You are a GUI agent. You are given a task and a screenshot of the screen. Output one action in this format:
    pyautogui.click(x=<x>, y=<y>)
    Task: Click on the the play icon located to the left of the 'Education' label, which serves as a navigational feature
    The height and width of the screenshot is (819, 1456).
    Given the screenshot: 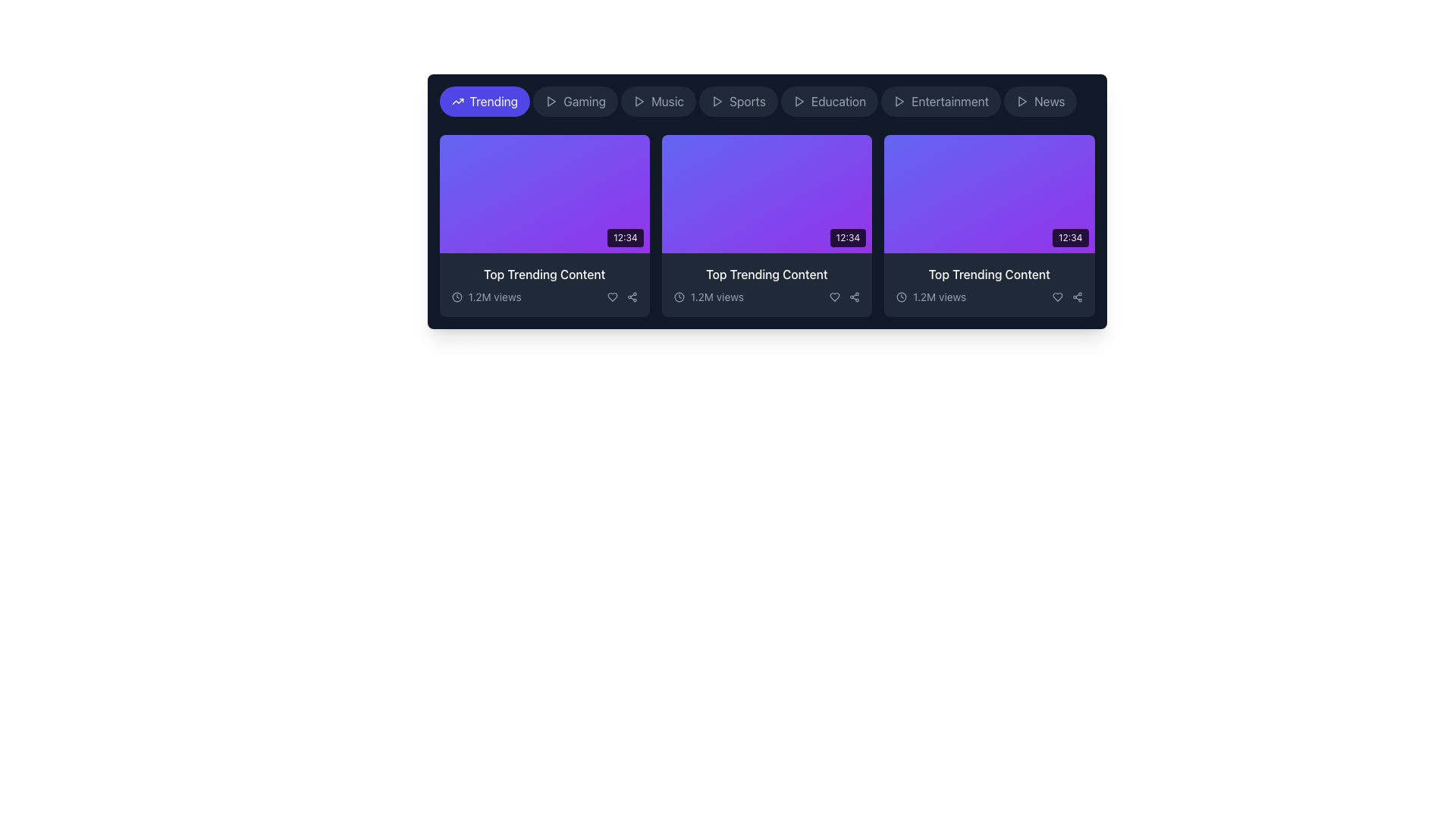 What is the action you would take?
    pyautogui.click(x=798, y=102)
    